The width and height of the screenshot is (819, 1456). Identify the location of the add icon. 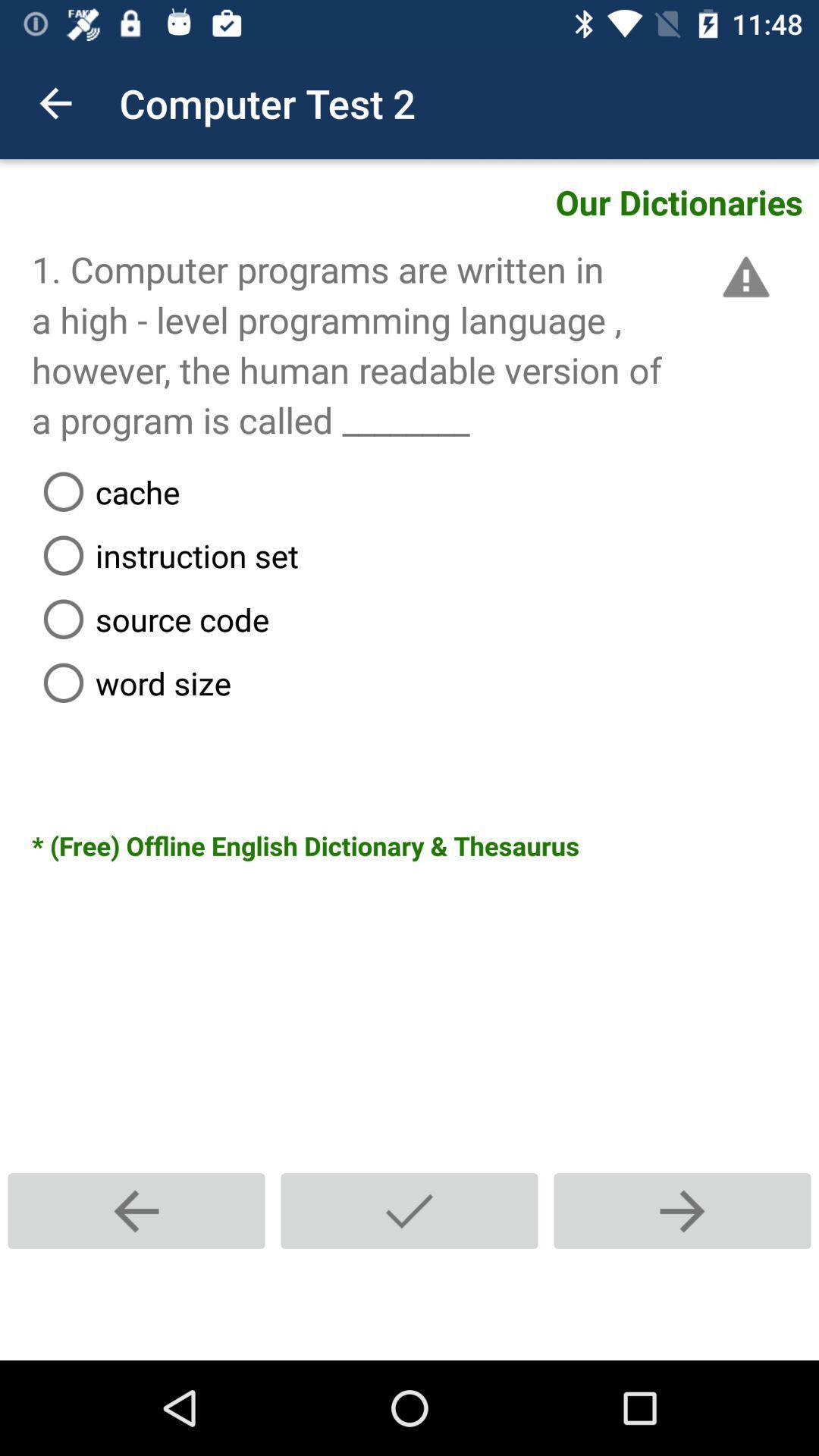
(681, 1210).